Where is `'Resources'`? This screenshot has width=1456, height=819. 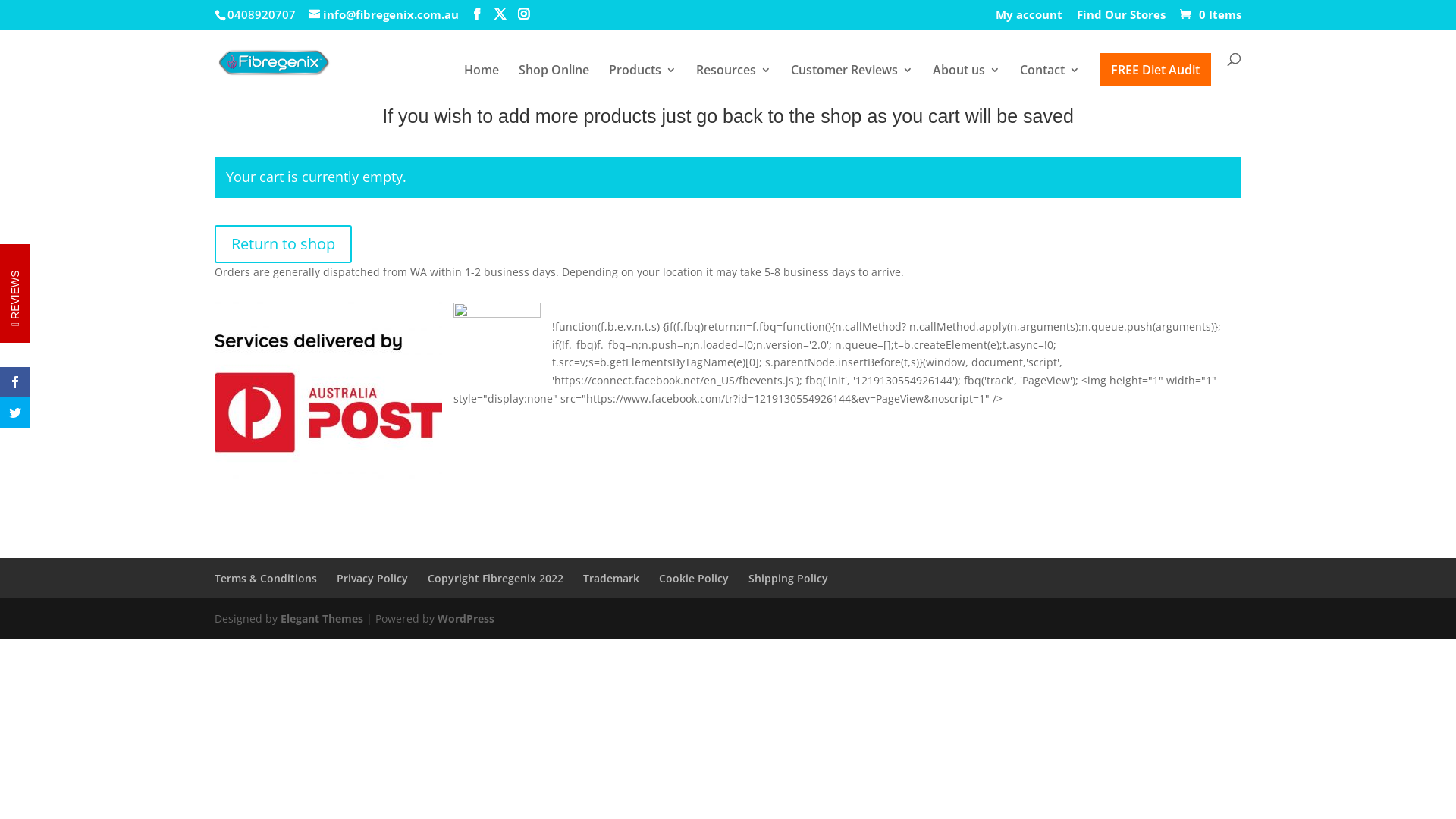 'Resources' is located at coordinates (733, 80).